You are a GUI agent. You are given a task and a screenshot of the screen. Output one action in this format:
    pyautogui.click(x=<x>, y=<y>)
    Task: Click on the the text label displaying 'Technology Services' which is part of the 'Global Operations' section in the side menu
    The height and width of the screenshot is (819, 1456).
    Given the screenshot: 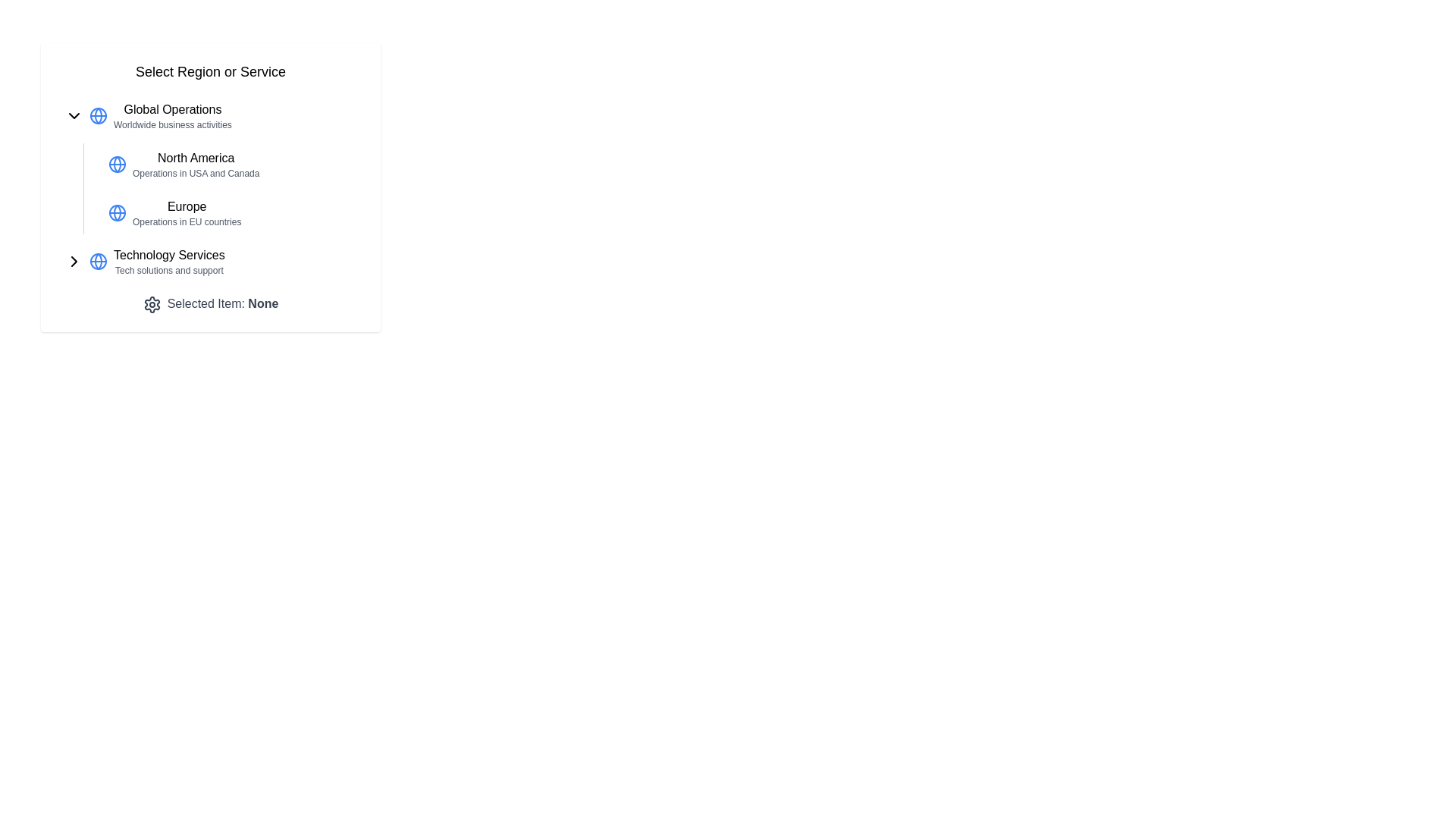 What is the action you would take?
    pyautogui.click(x=169, y=254)
    